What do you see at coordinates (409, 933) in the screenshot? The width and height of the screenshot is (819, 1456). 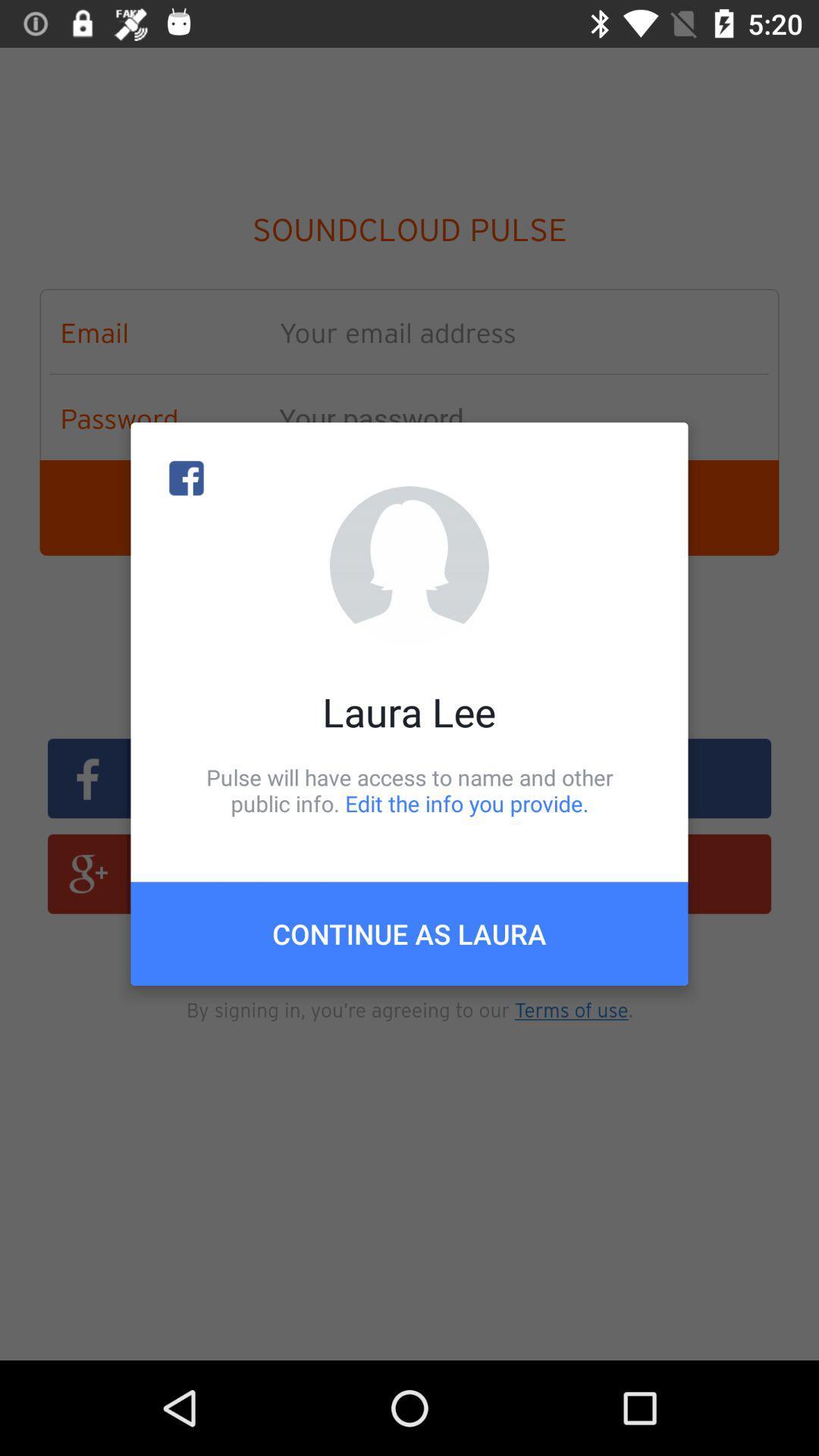 I see `the icon below pulse will have icon` at bounding box center [409, 933].